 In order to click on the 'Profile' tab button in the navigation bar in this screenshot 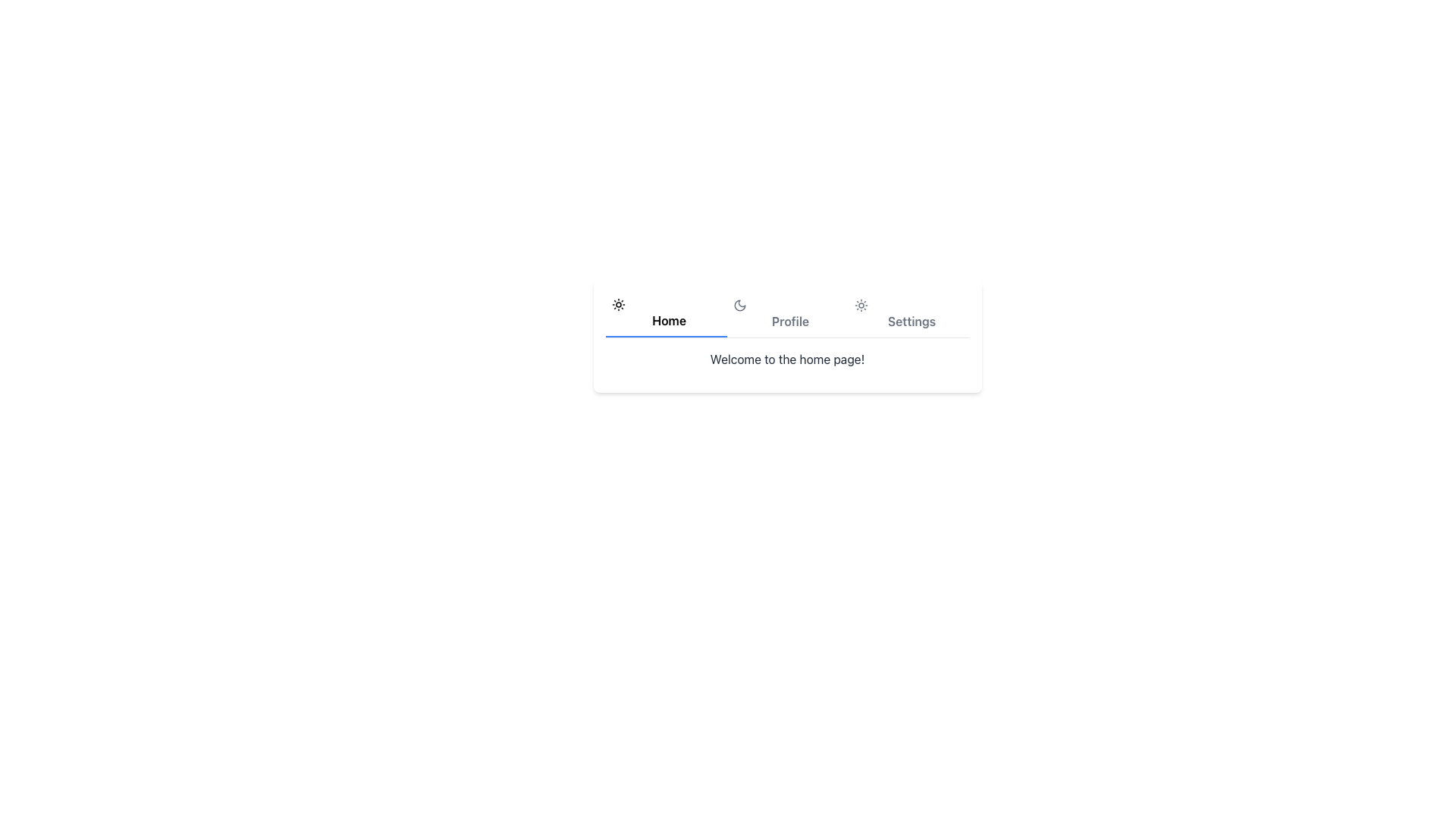, I will do `click(787, 314)`.